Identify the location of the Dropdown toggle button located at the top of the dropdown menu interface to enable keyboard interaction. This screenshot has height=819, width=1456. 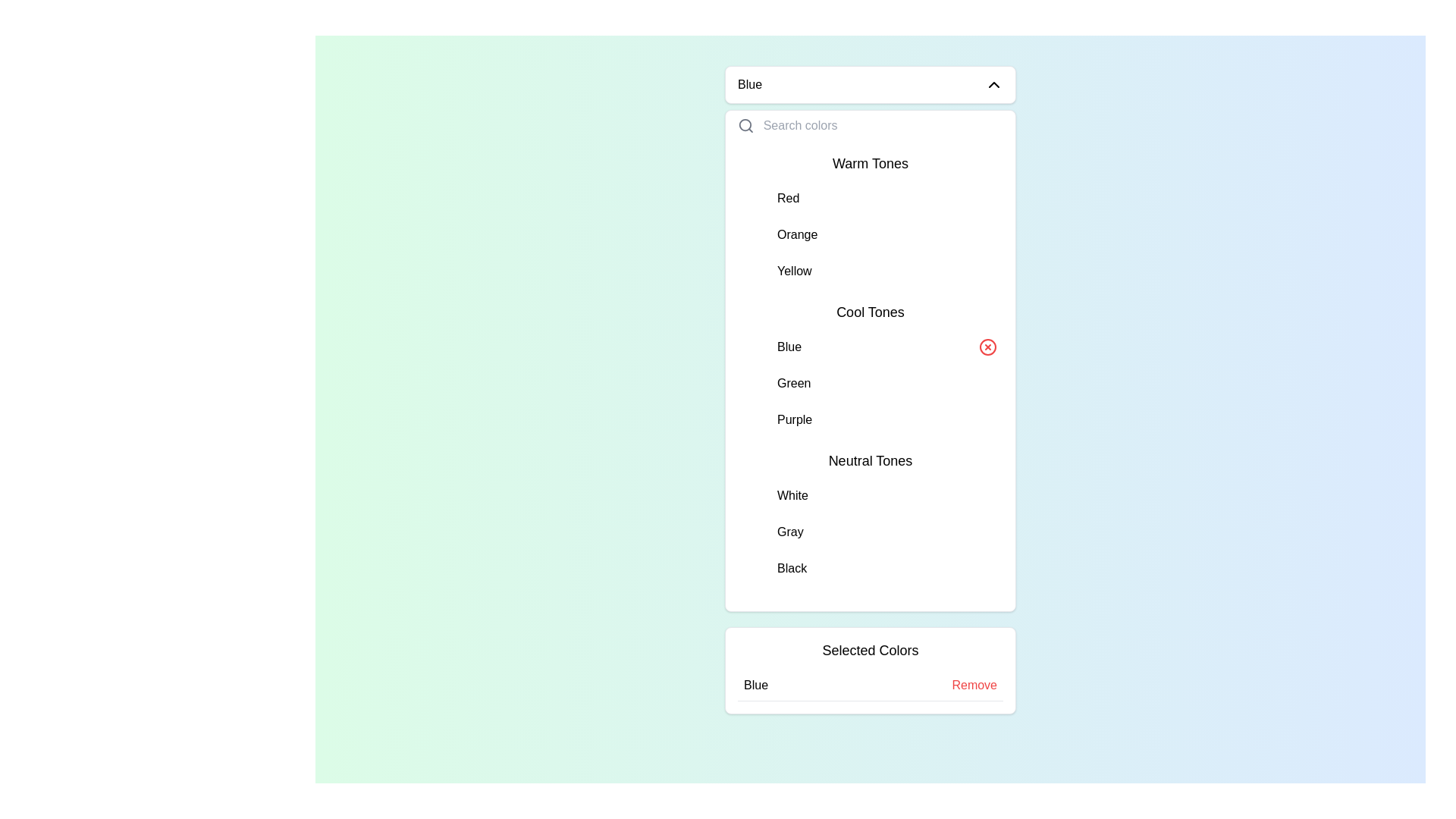
(870, 84).